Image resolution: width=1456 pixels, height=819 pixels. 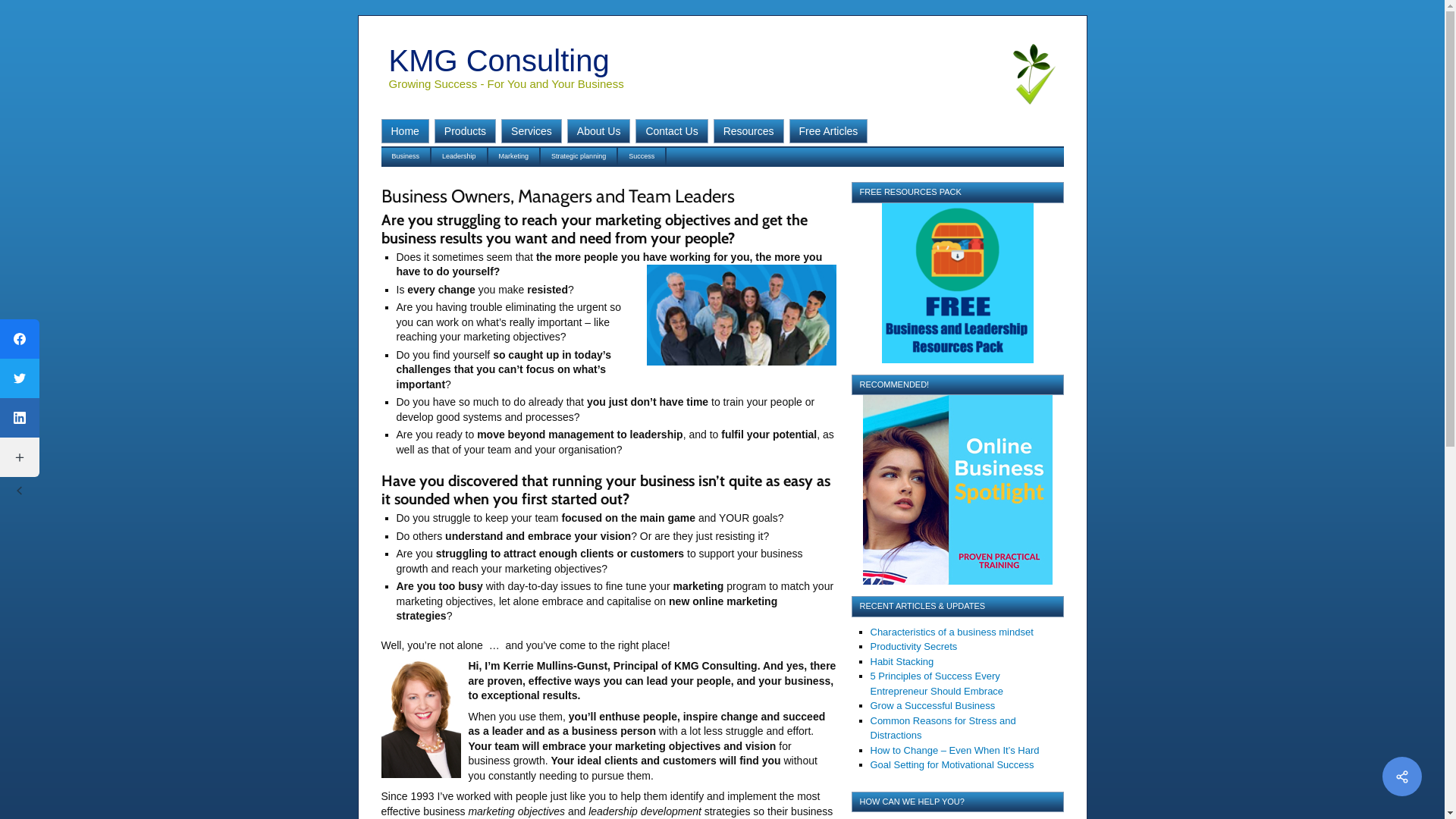 What do you see at coordinates (420, 717) in the screenshot?
I see `'kerriemg-150x224'` at bounding box center [420, 717].